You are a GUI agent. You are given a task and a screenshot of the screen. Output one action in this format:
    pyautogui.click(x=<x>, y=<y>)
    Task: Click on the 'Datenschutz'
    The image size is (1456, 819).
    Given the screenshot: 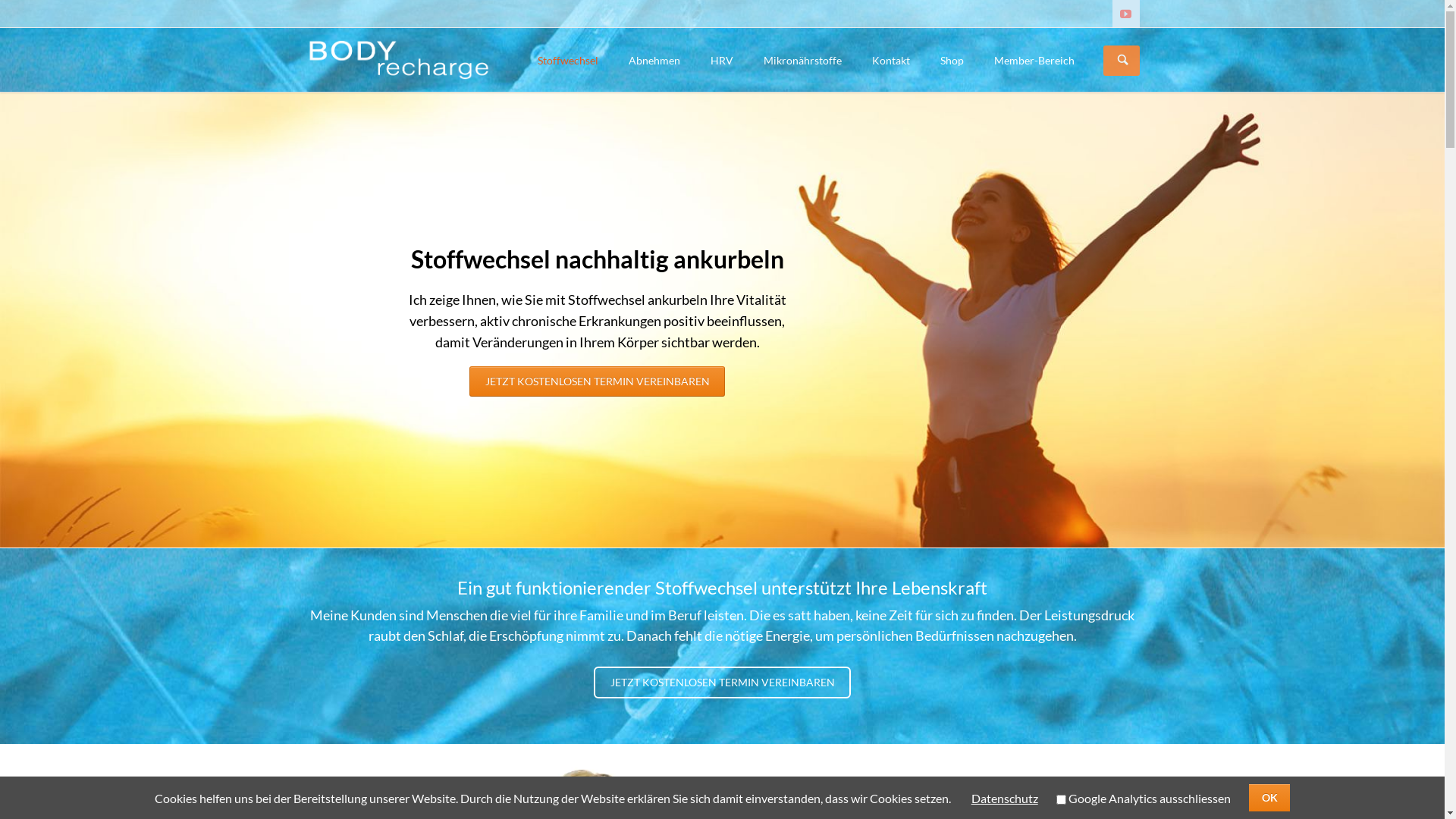 What is the action you would take?
    pyautogui.click(x=1004, y=797)
    